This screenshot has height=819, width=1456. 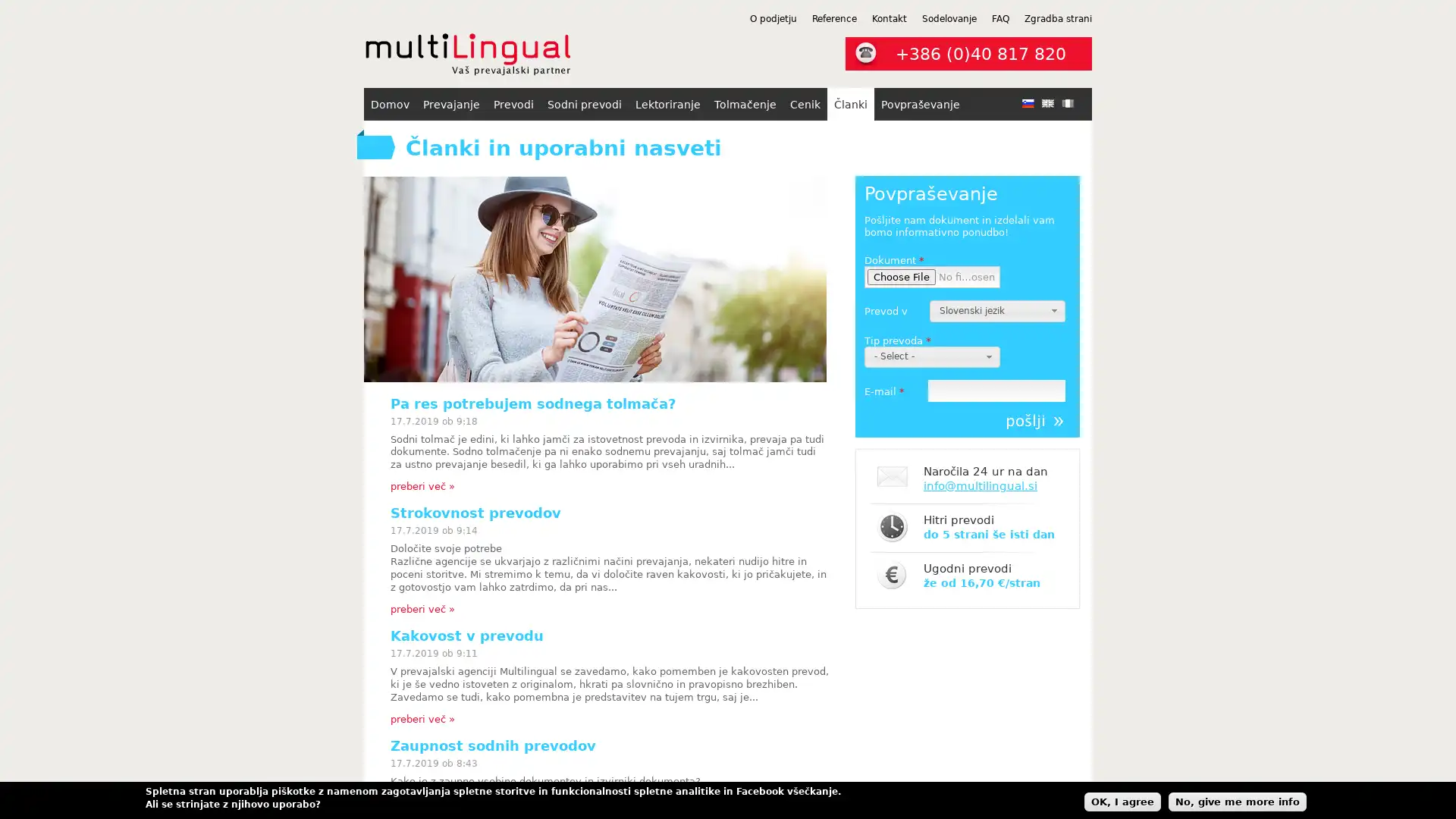 What do you see at coordinates (1238, 800) in the screenshot?
I see `No, give me more info` at bounding box center [1238, 800].